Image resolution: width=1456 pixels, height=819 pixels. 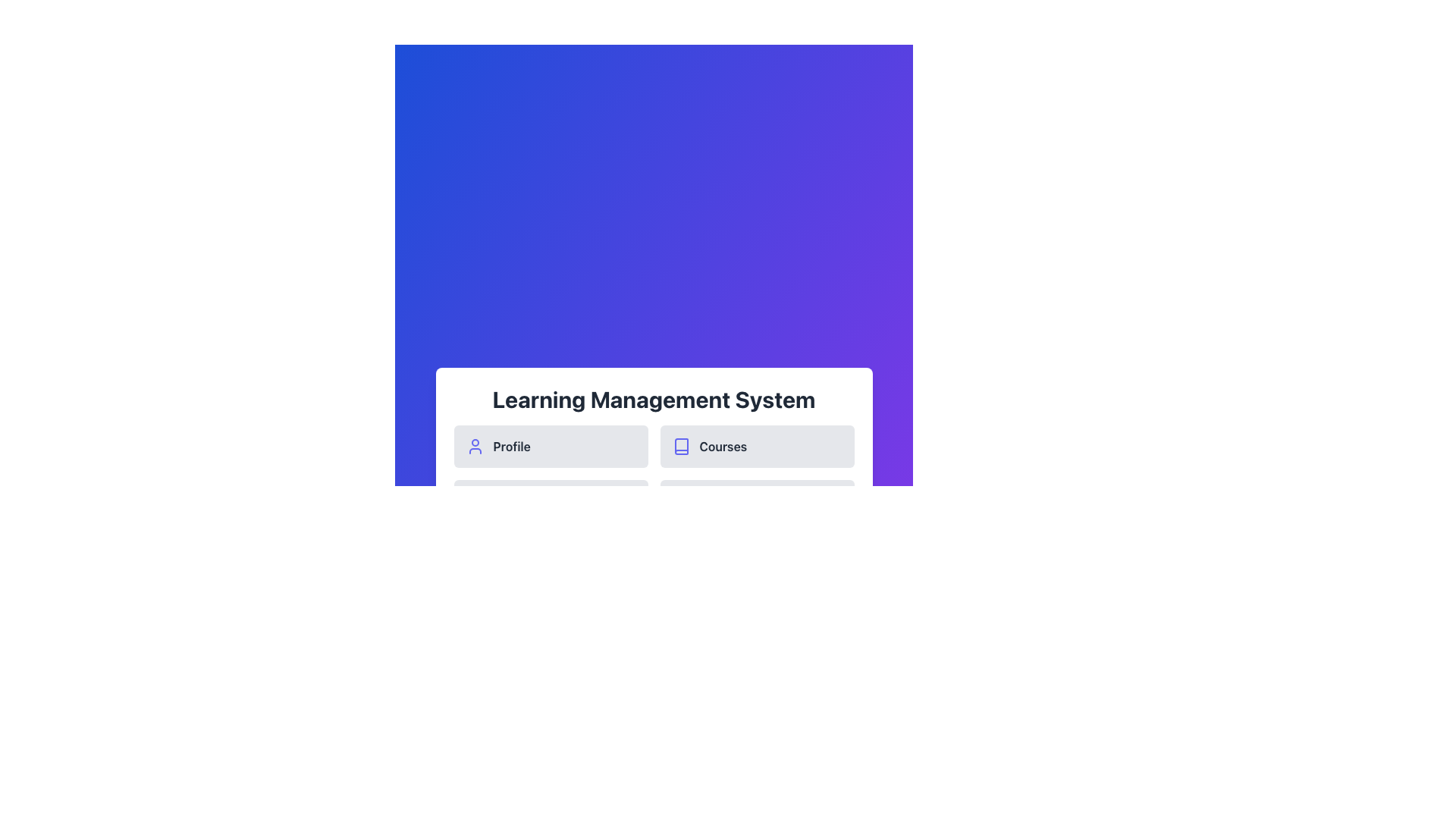 What do you see at coordinates (757, 446) in the screenshot?
I see `the navigational button located to the right of the 'Profile' button in the upper section of the grid` at bounding box center [757, 446].